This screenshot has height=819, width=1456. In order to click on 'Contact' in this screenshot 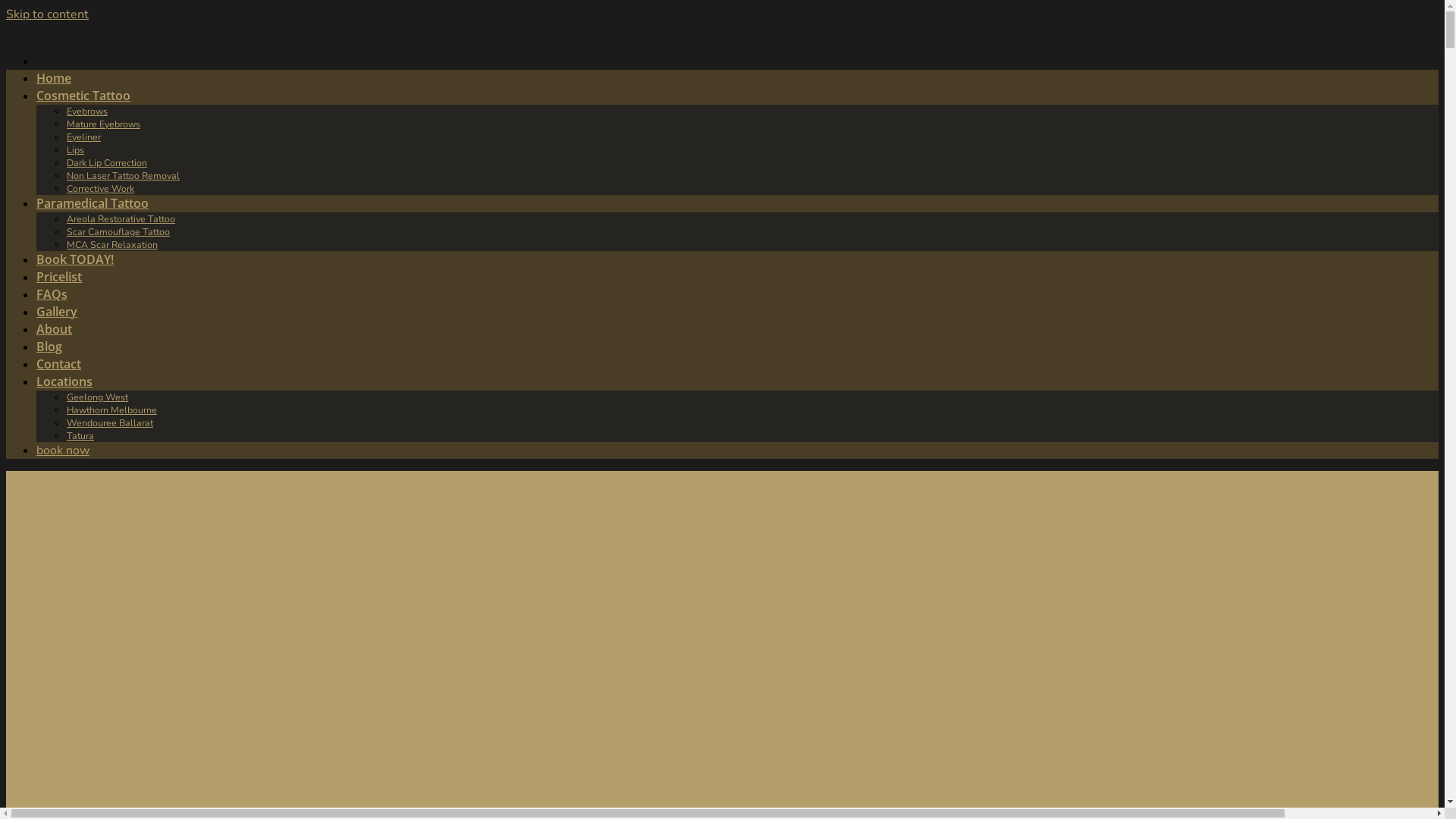, I will do `click(58, 363)`.